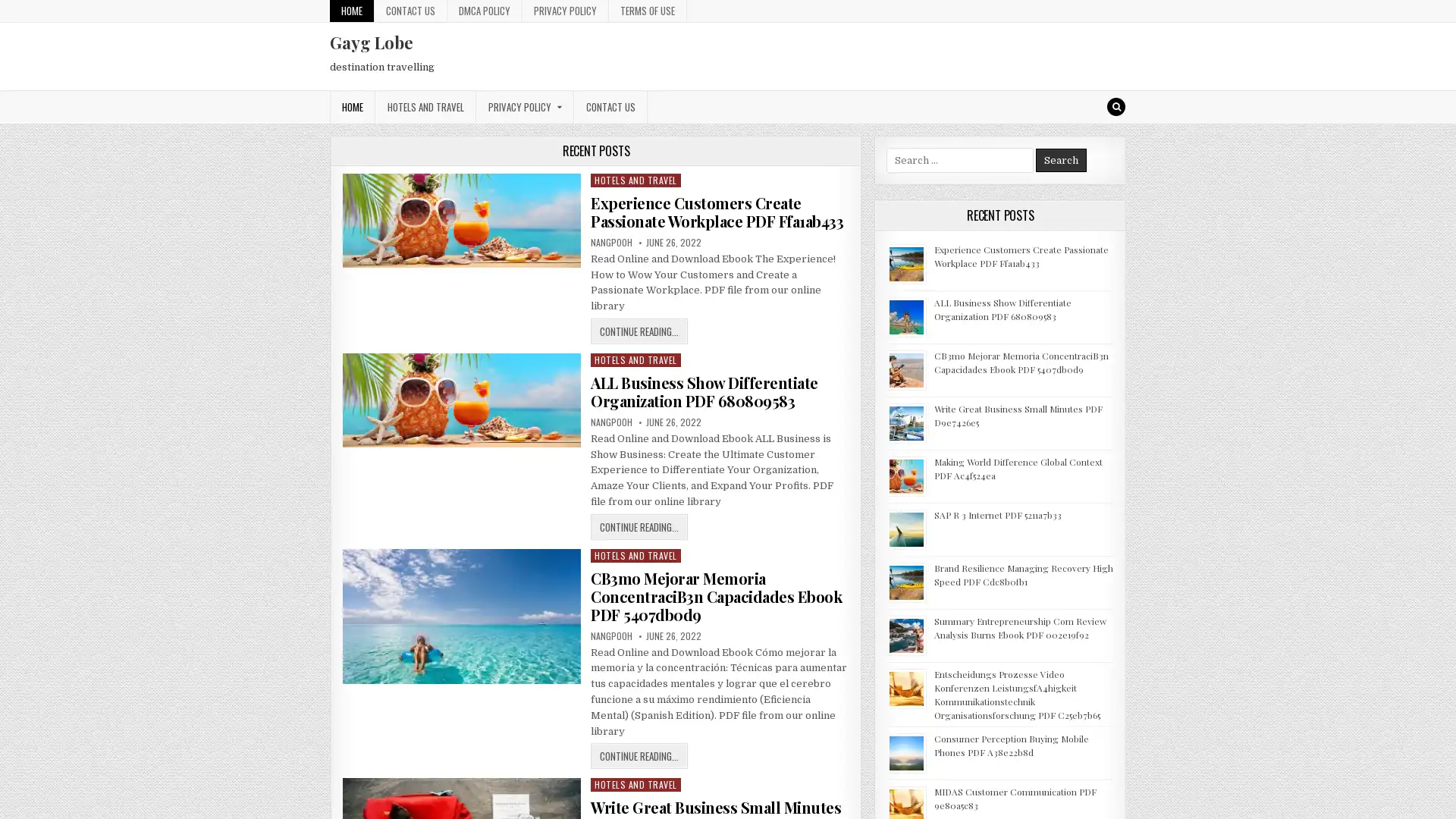 Image resolution: width=1456 pixels, height=819 pixels. Describe the element at coordinates (1060, 160) in the screenshot. I see `Search` at that location.